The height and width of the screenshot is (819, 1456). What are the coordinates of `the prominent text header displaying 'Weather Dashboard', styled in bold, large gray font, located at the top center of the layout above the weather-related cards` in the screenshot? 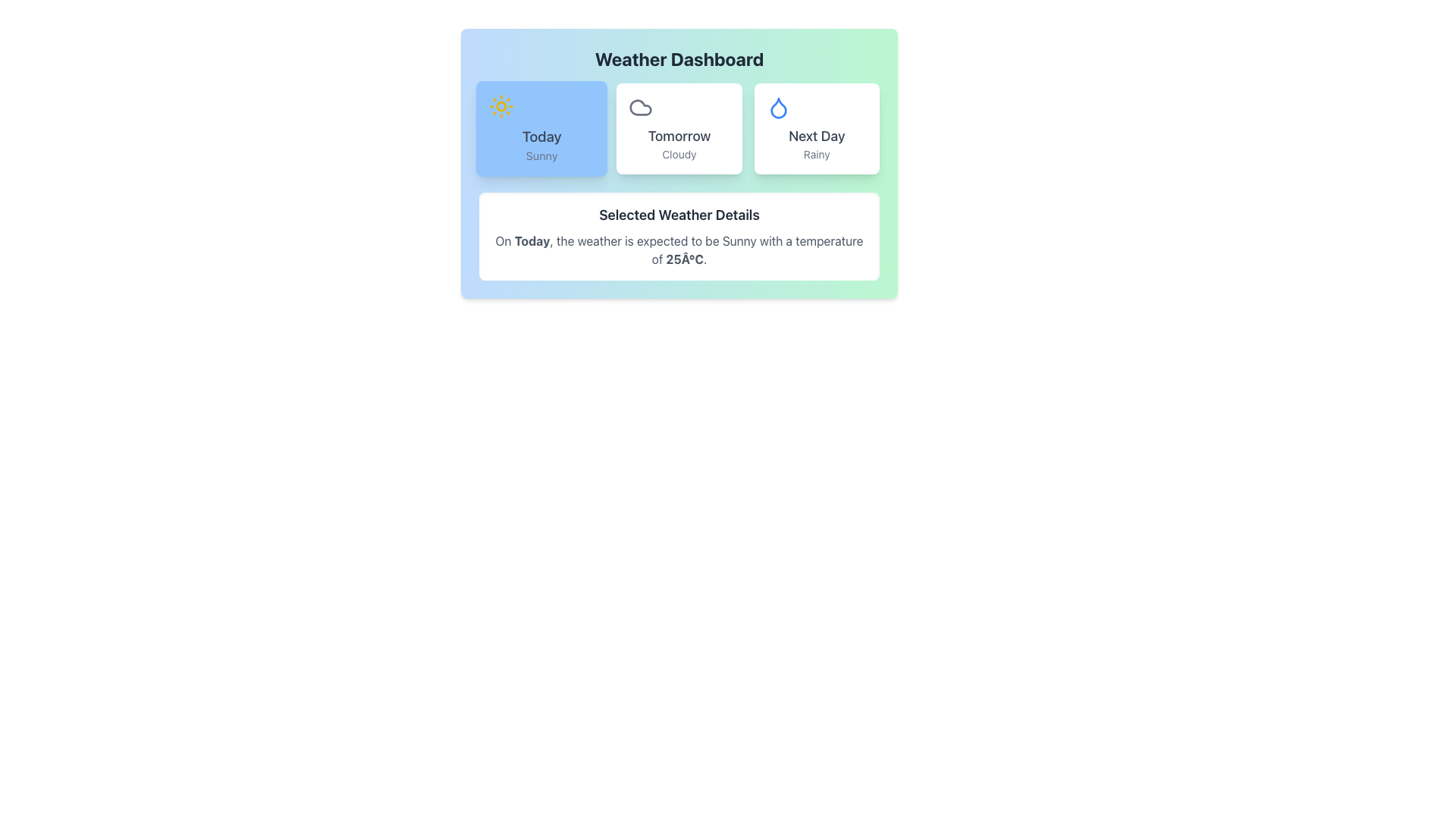 It's located at (679, 58).